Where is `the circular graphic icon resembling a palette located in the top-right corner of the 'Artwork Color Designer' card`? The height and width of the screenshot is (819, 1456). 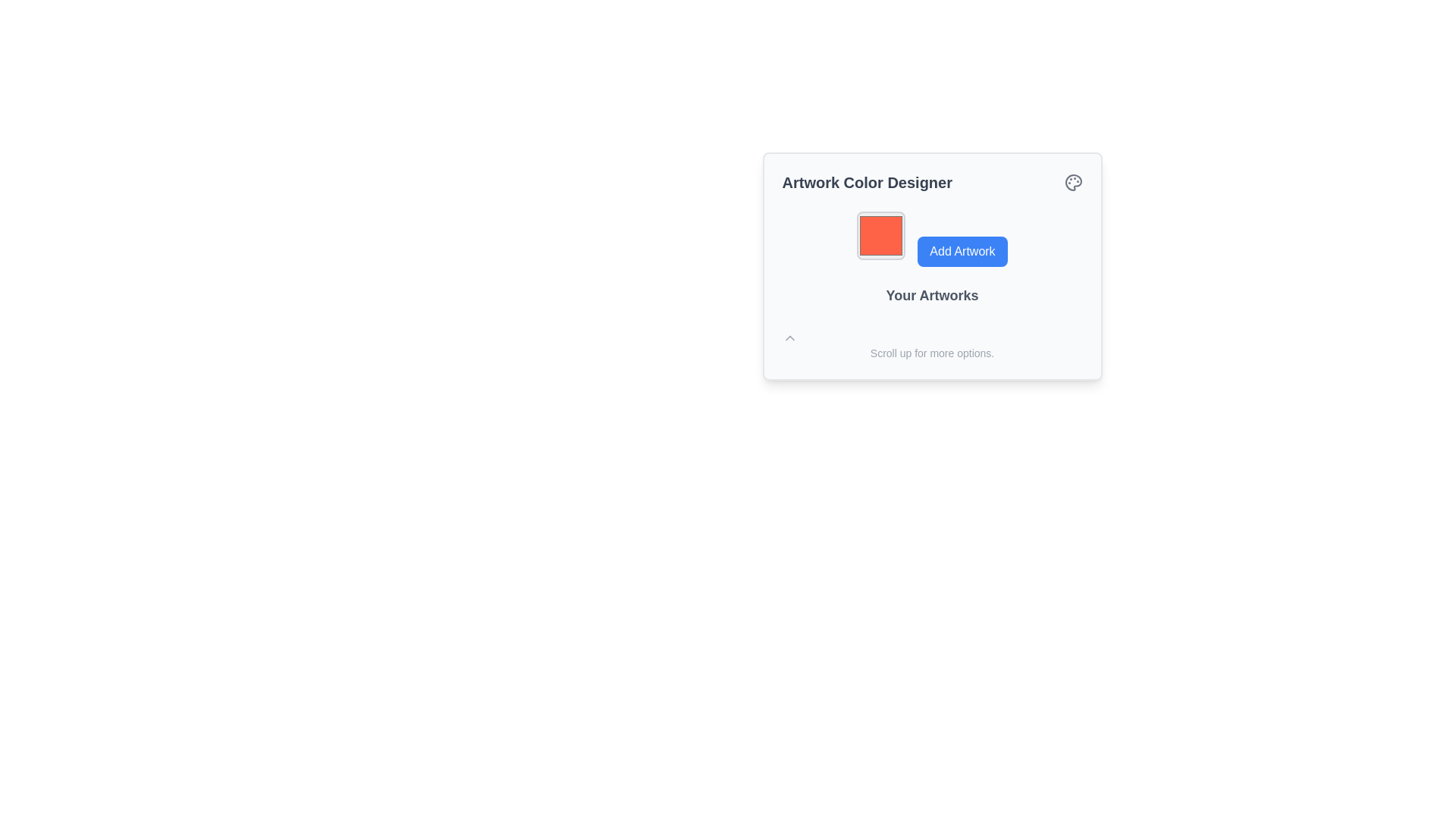 the circular graphic icon resembling a palette located in the top-right corner of the 'Artwork Color Designer' card is located at coordinates (1072, 181).